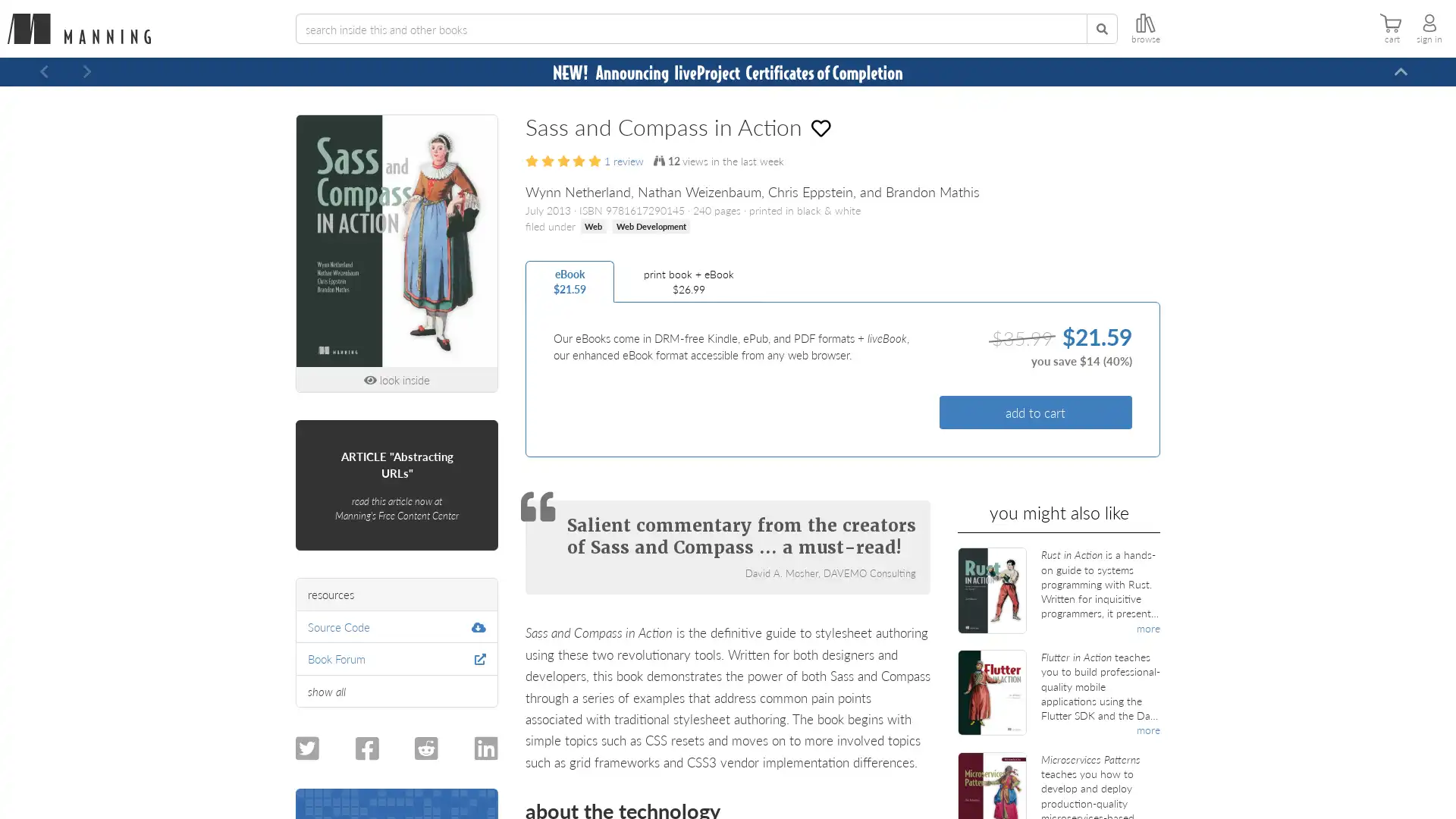 Image resolution: width=1456 pixels, height=819 pixels. What do you see at coordinates (1034, 412) in the screenshot?
I see `add to cart` at bounding box center [1034, 412].